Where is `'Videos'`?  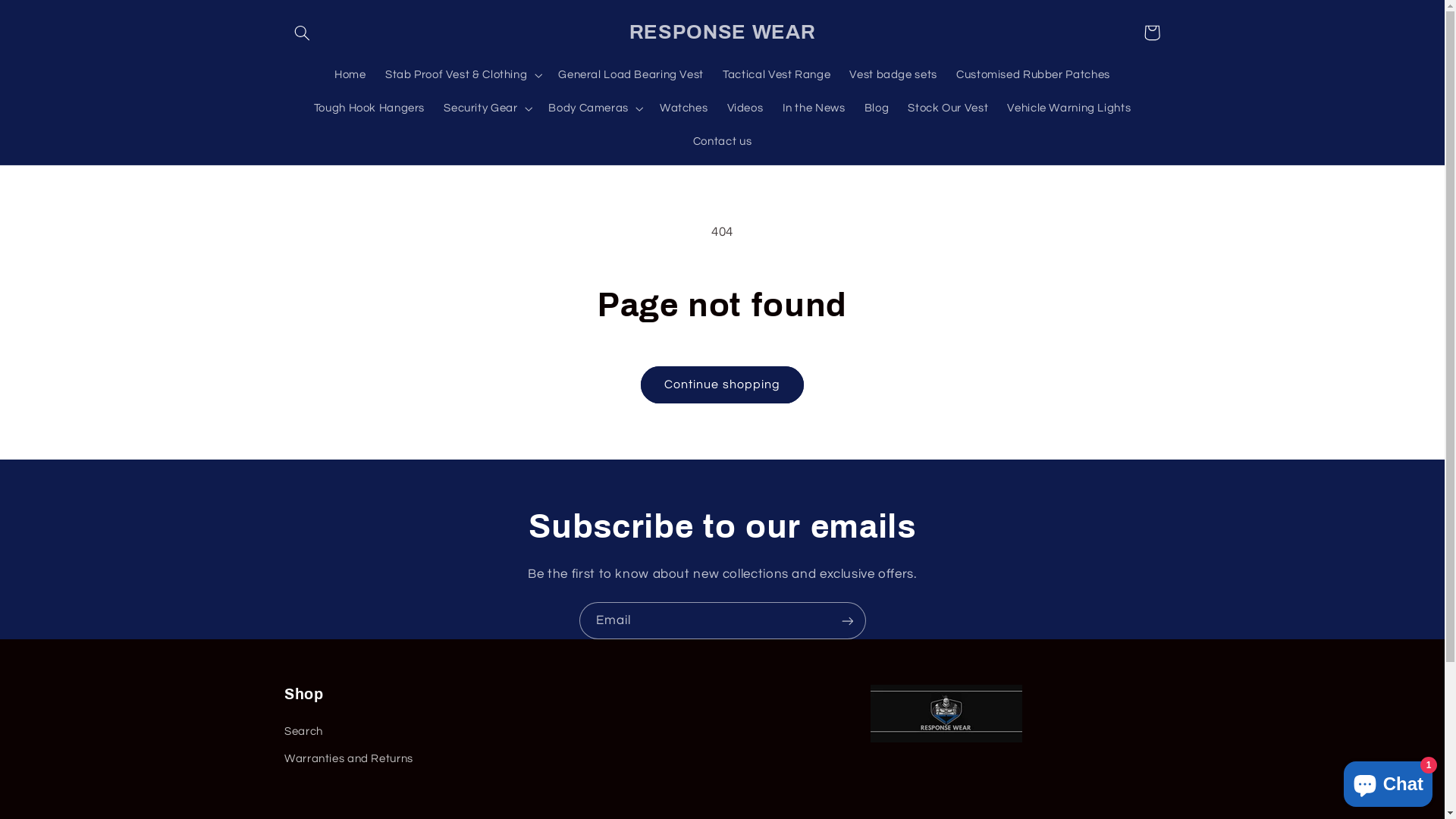 'Videos' is located at coordinates (745, 107).